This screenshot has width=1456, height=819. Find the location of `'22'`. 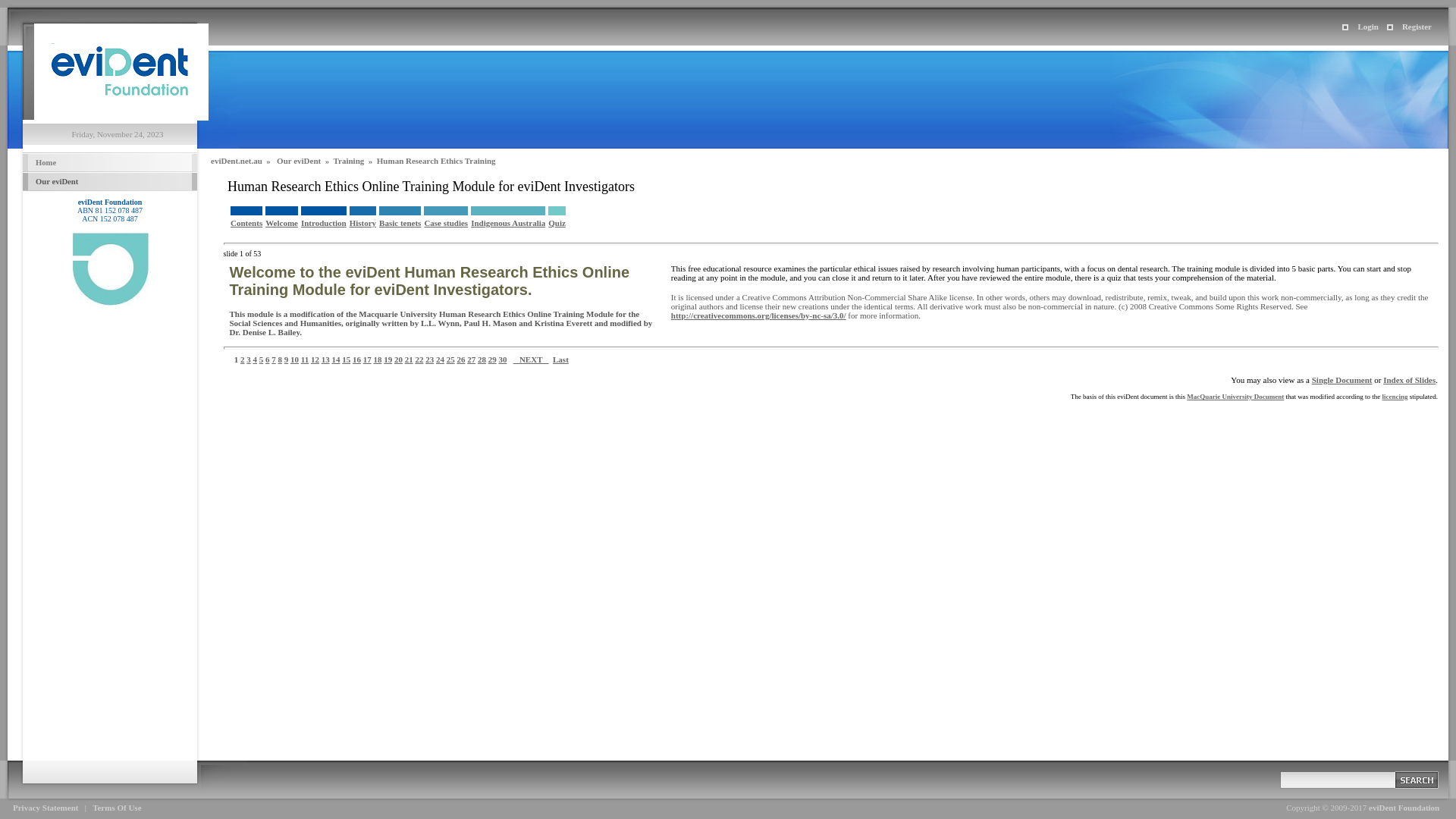

'22' is located at coordinates (419, 359).